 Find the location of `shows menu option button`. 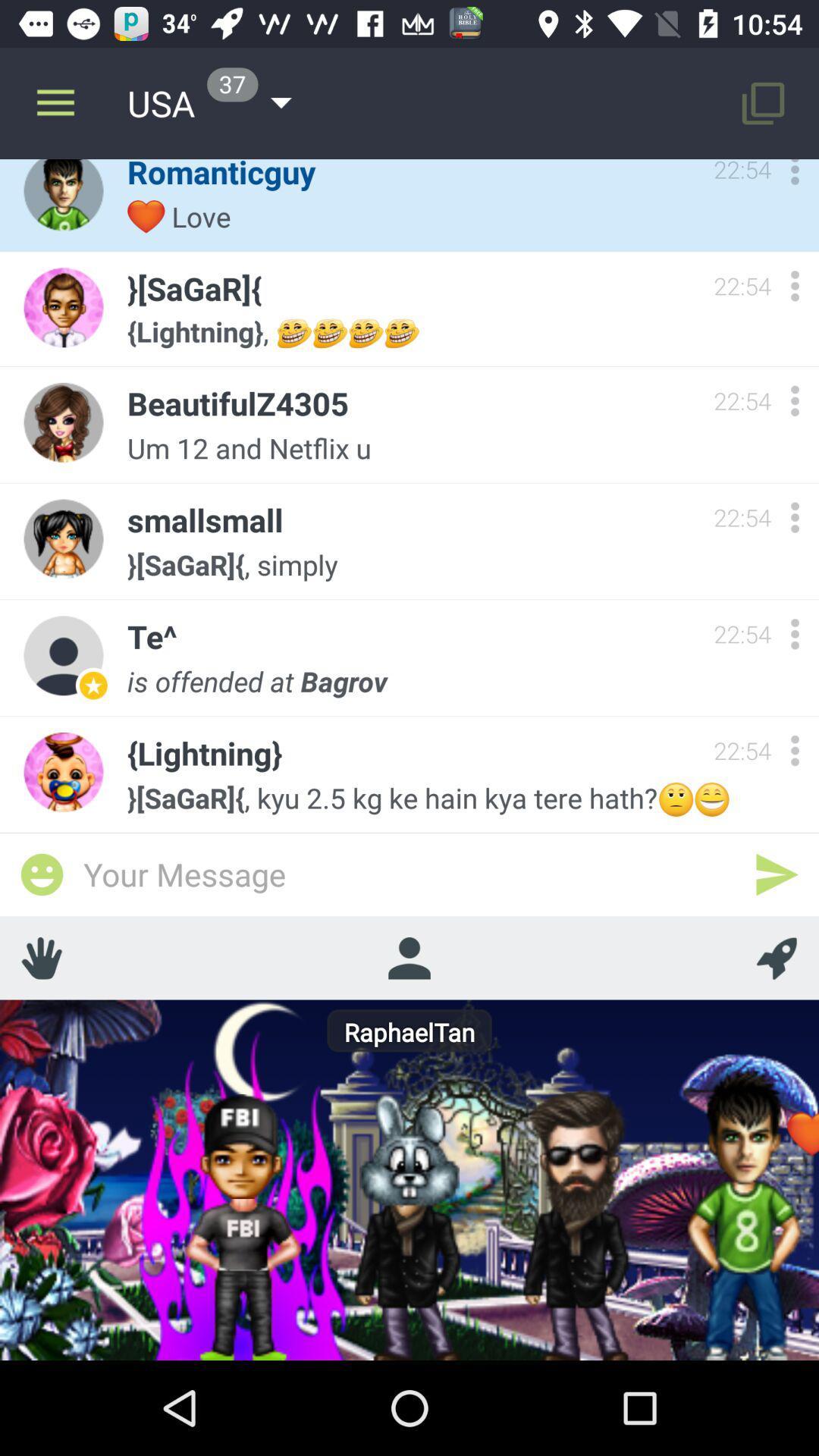

shows menu option button is located at coordinates (794, 517).